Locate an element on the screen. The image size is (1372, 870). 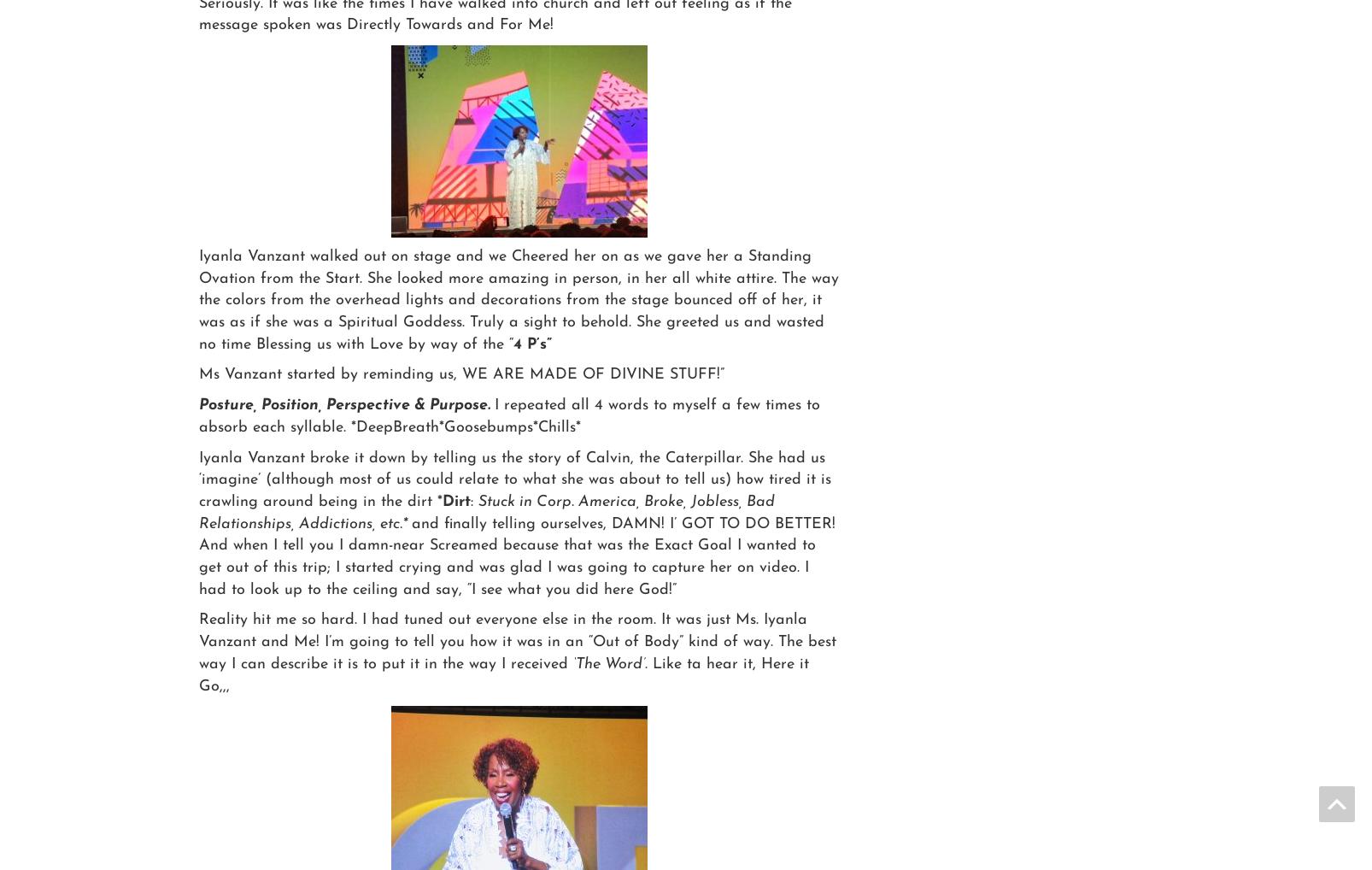
'Iyanla Vanzant broke it down by telling us the story of Calvin, the Caterpillar. She had us ‘imagine’ (although most of us could relate to what she was about to tell us) how tired it is crawling around being in the dirt *' is located at coordinates (515, 479).